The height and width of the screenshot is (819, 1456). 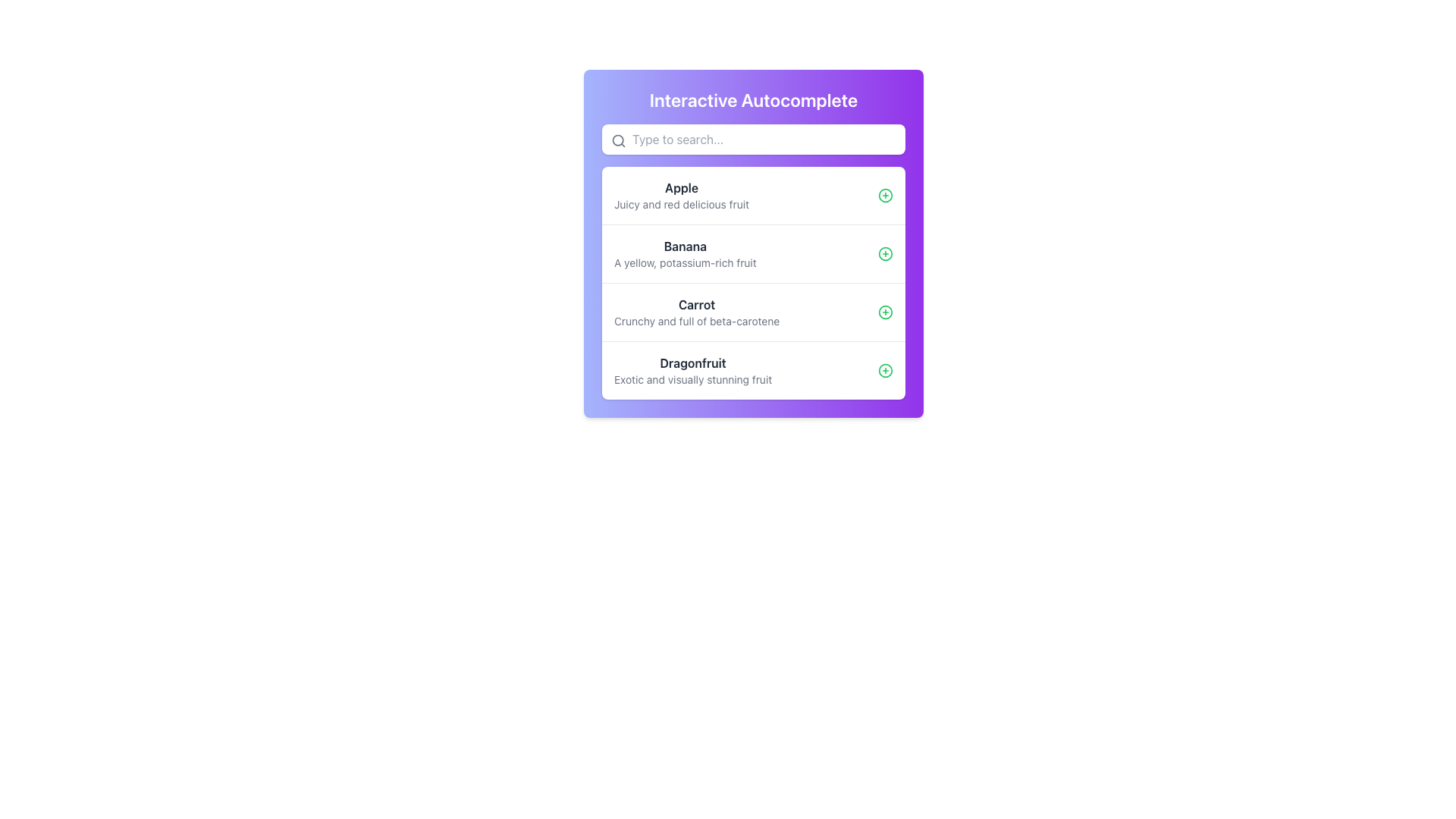 I want to click on the Icon button located at the far right of the row containing the text 'Apple', so click(x=885, y=195).